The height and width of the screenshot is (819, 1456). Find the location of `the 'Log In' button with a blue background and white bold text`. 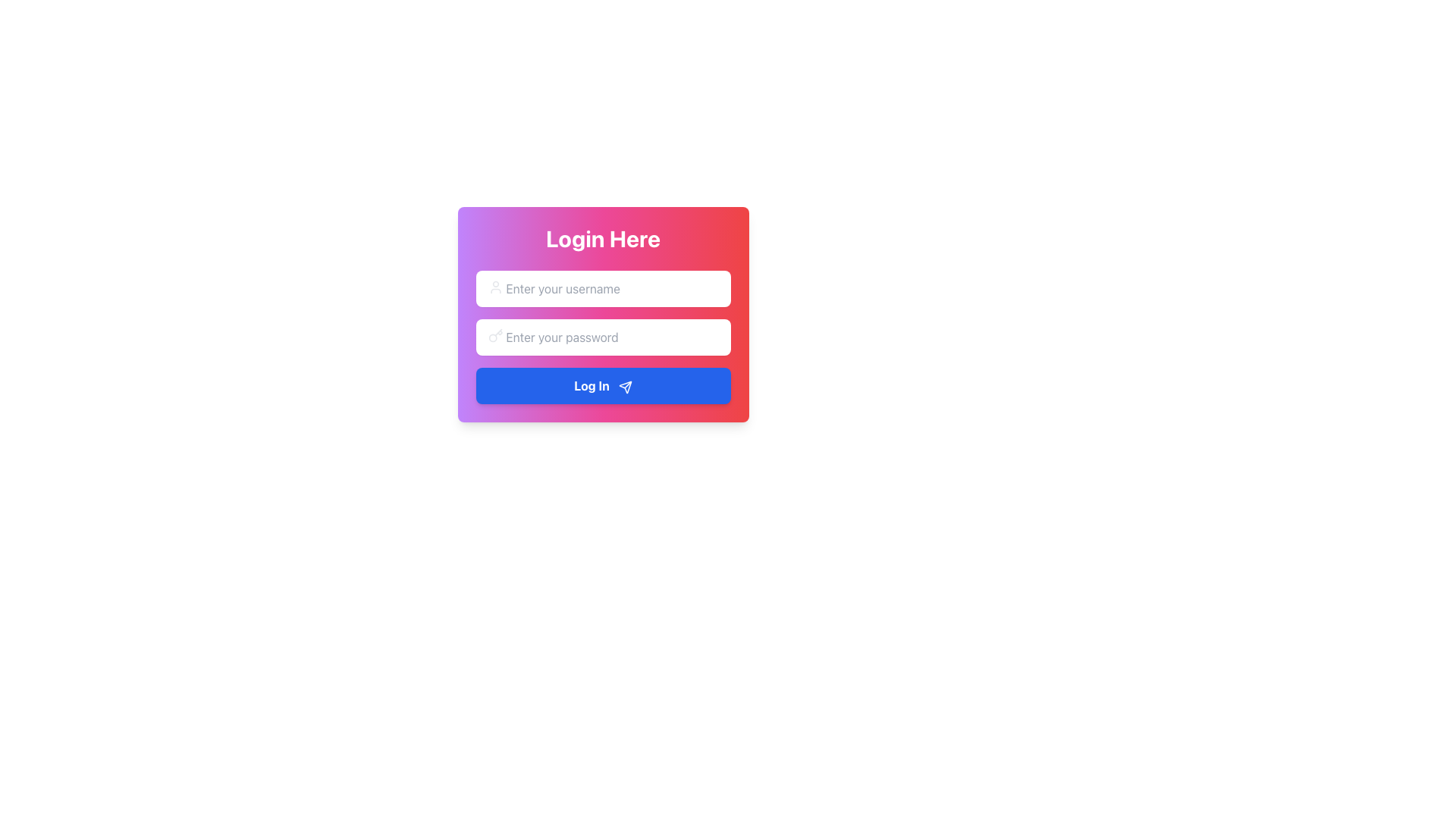

the 'Log In' button with a blue background and white bold text is located at coordinates (602, 385).